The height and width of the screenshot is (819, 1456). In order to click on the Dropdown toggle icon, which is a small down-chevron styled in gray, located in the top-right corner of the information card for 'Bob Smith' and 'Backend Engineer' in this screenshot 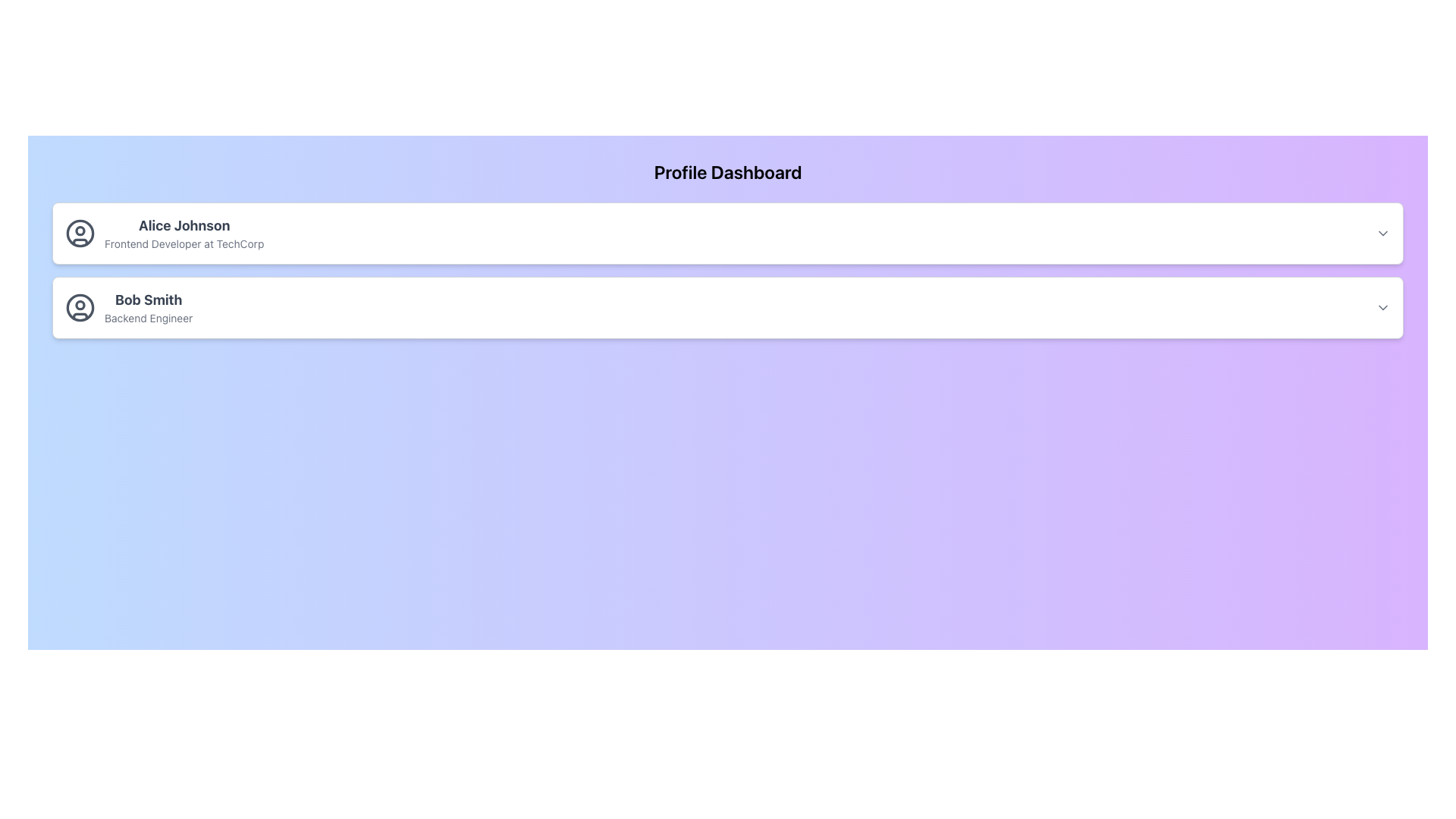, I will do `click(1383, 307)`.